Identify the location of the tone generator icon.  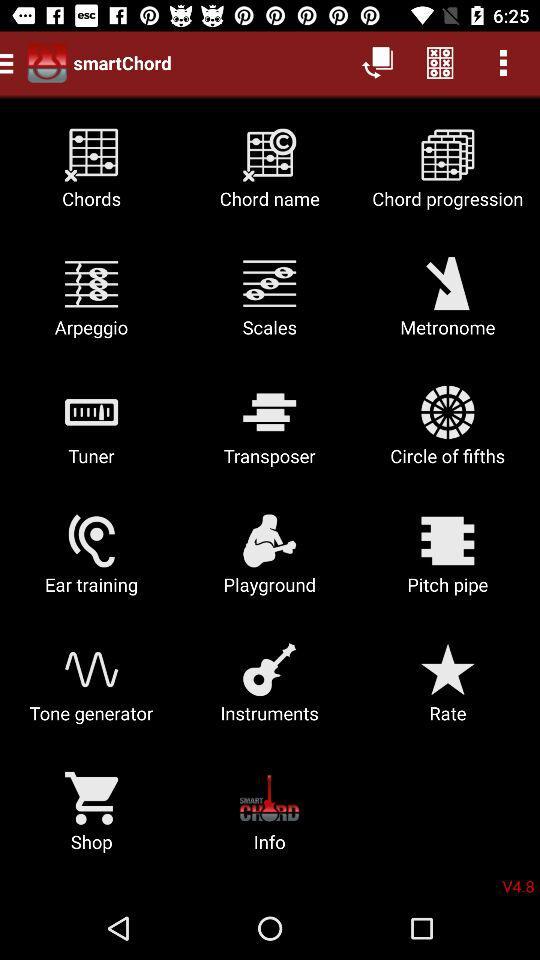
(90, 690).